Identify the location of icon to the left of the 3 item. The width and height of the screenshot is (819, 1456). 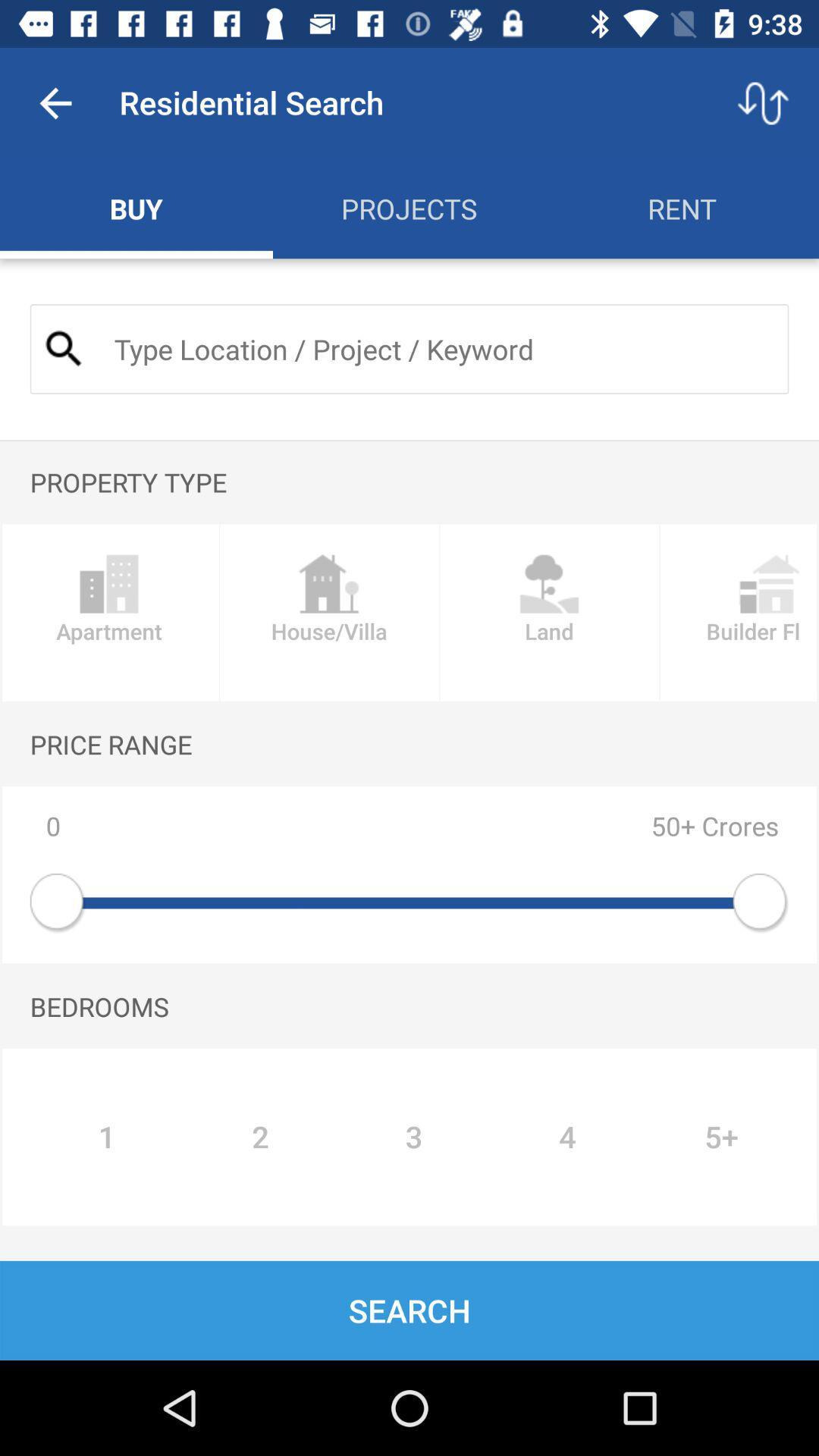
(259, 1137).